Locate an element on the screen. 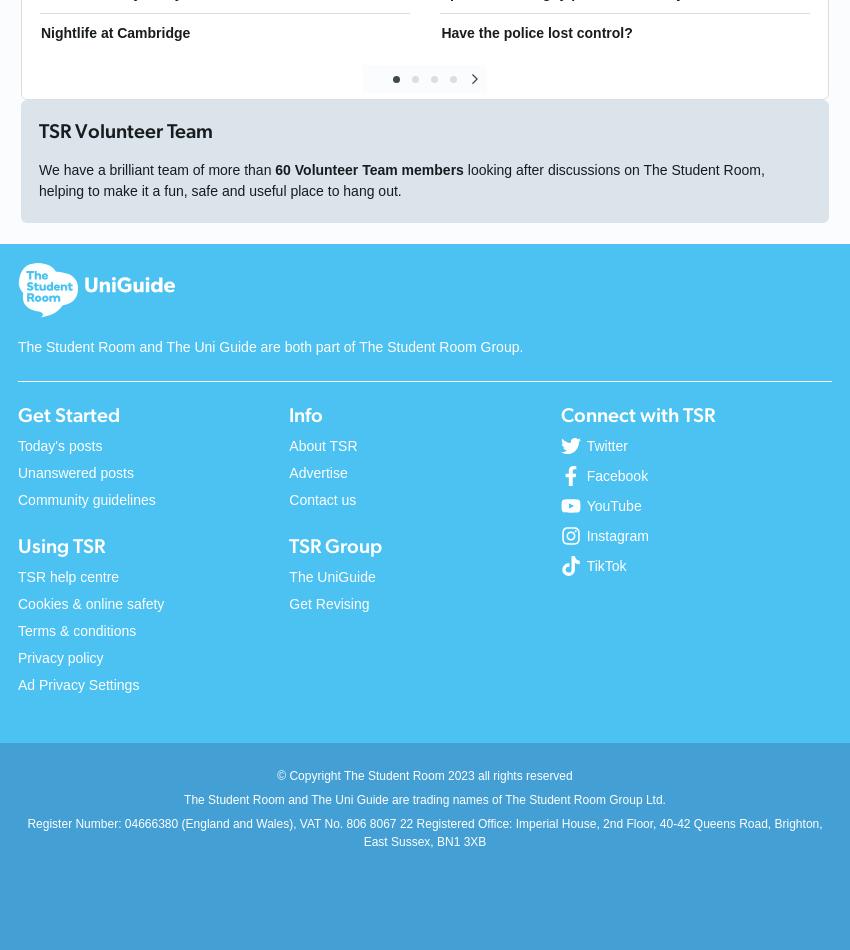 The width and height of the screenshot is (850, 950). 'Instagram' is located at coordinates (616, 535).